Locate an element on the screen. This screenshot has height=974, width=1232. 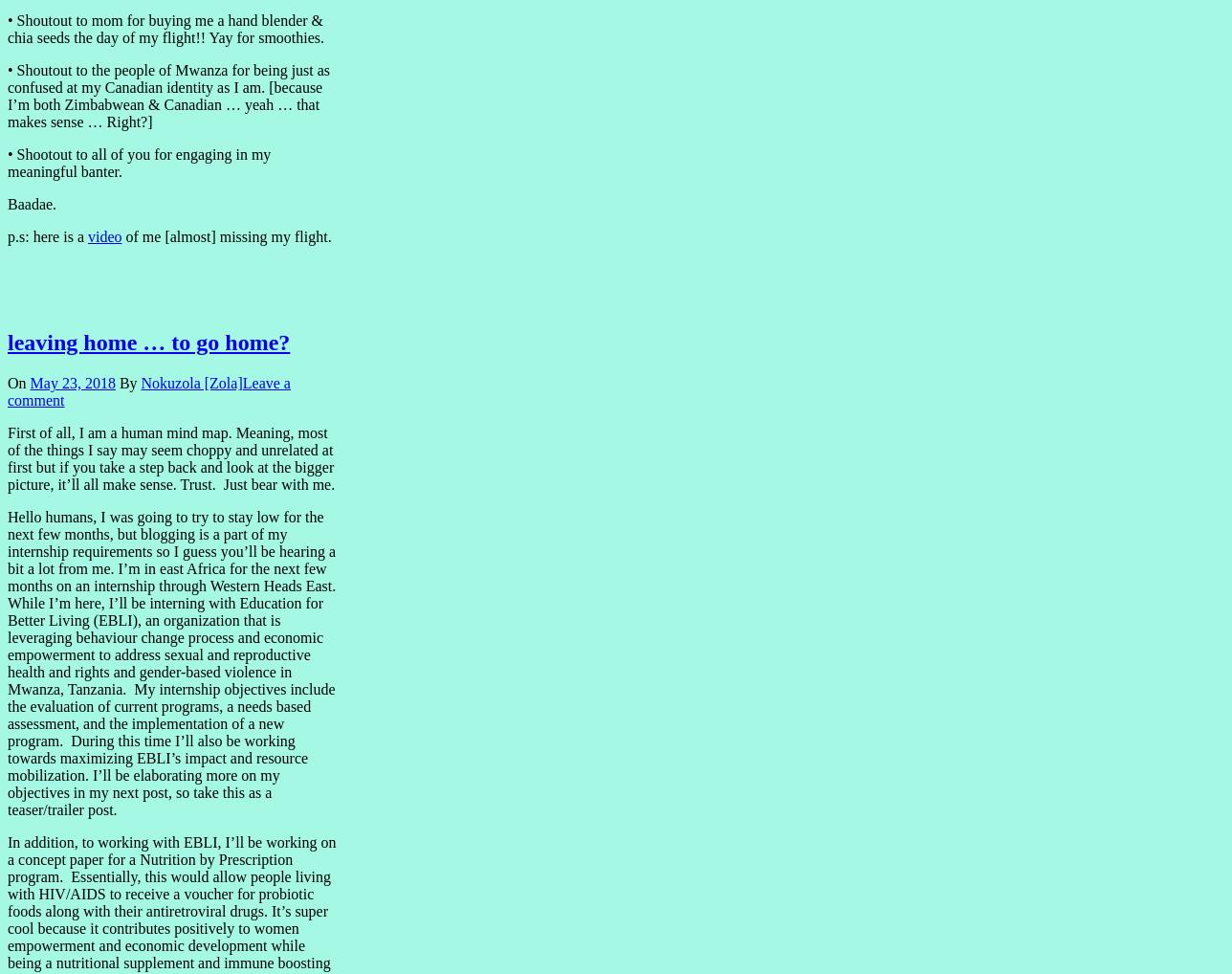
'May 23, 2018' is located at coordinates (30, 383).